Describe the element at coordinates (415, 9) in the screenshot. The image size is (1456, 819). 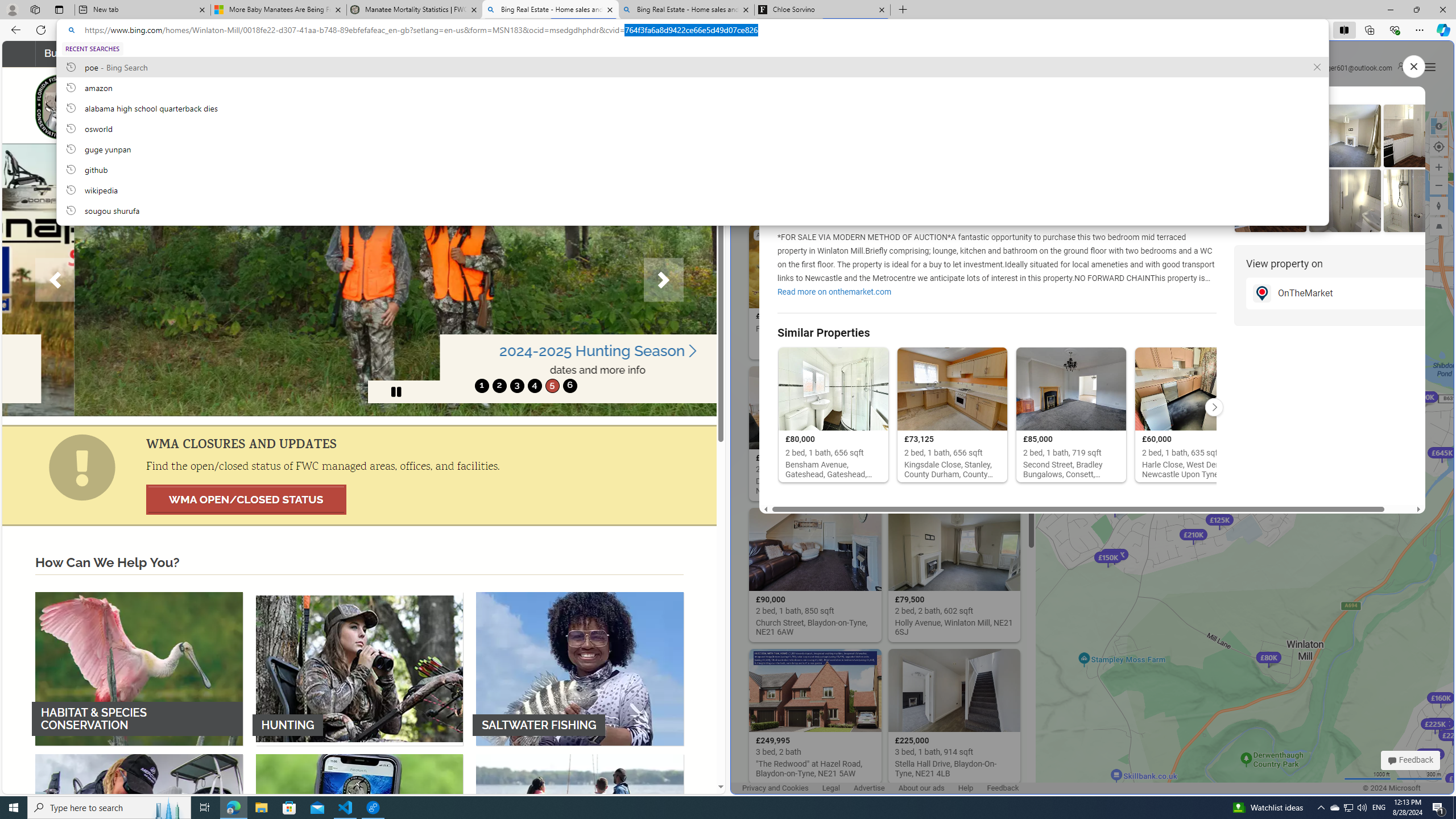
I see `'Manatee Mortality Statistics | FWC'` at that location.